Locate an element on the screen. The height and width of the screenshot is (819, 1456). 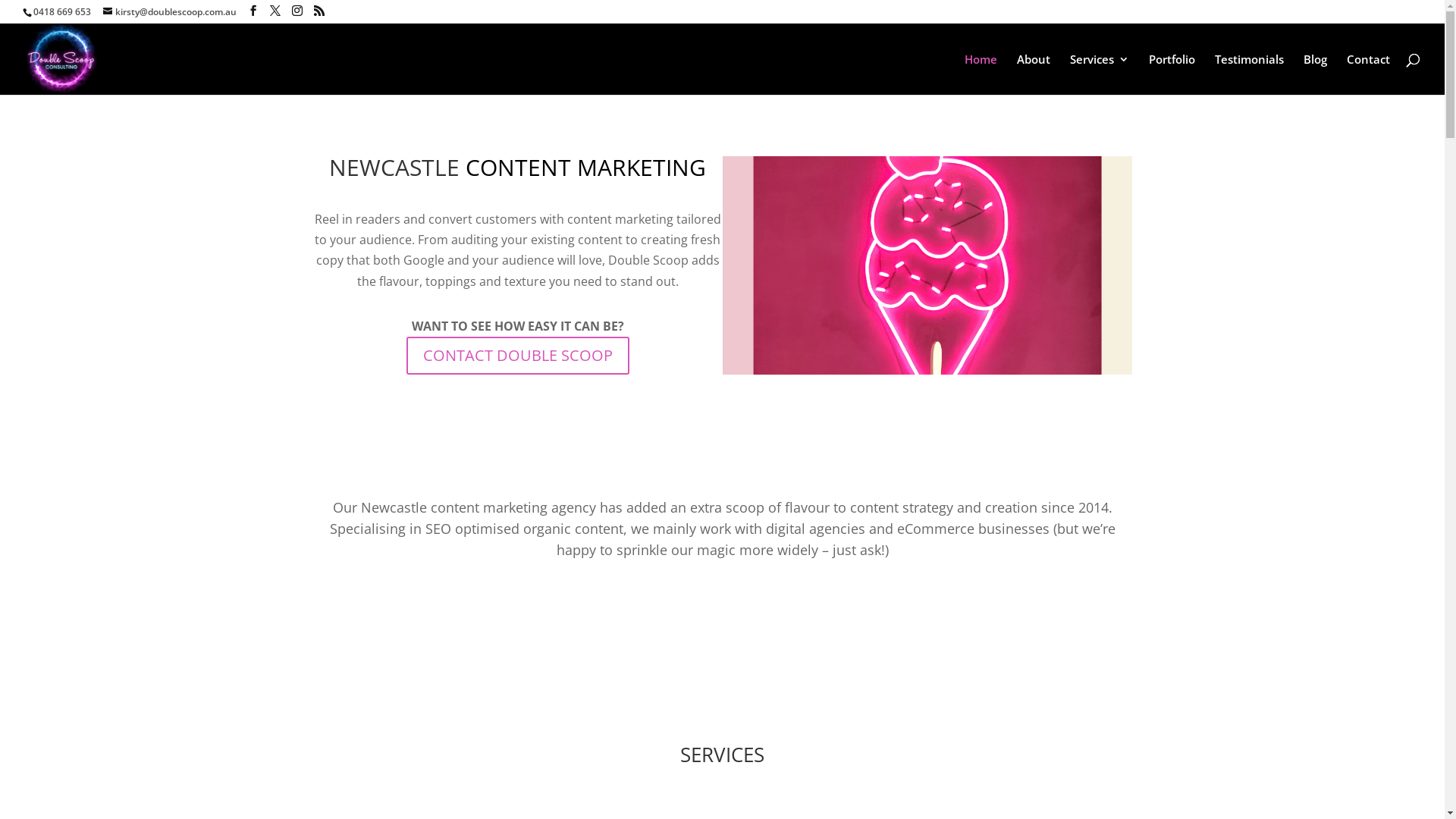
'Portfolio' is located at coordinates (1171, 74).